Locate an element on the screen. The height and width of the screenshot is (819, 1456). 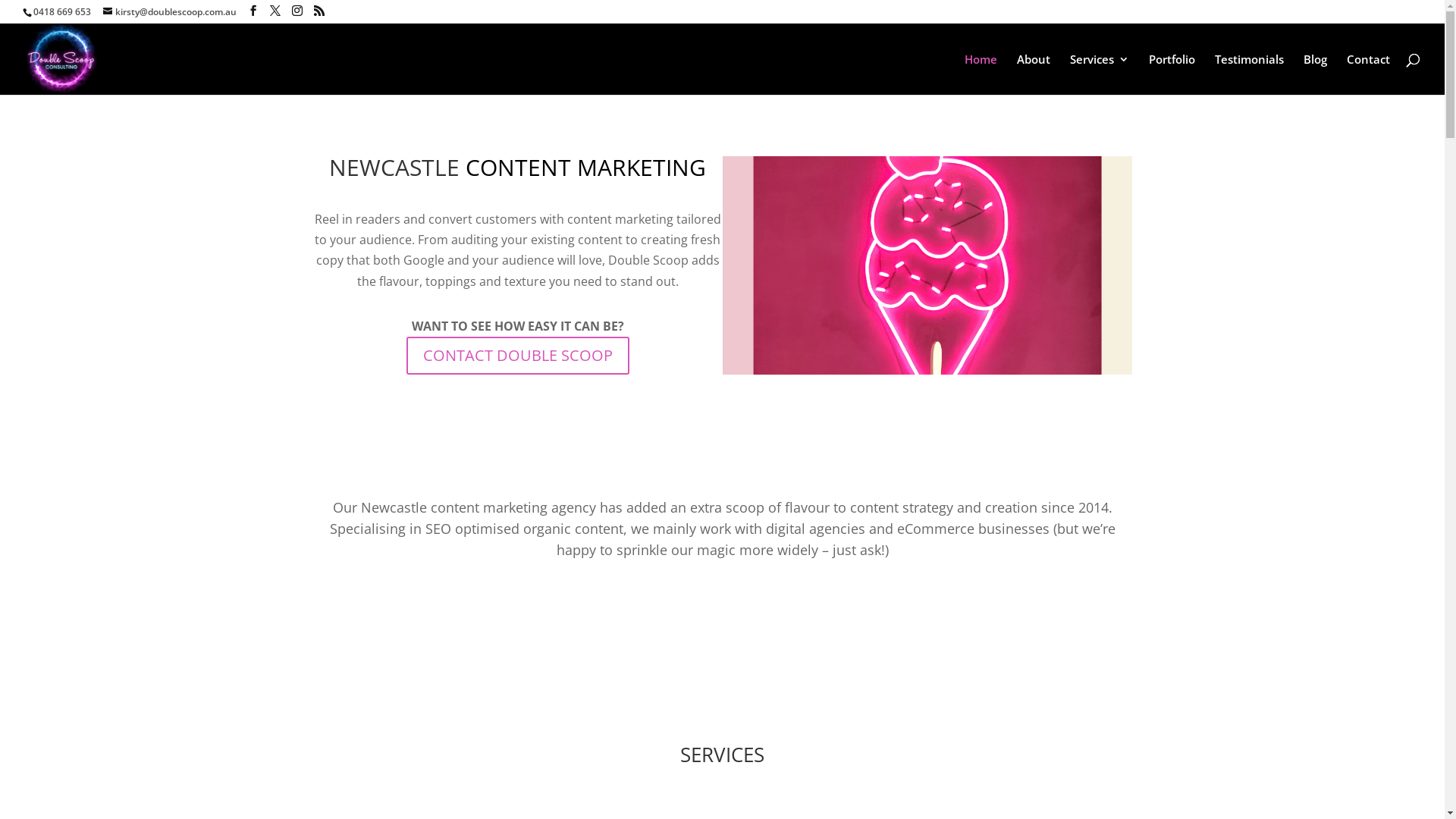
'Portfolio' is located at coordinates (1171, 74).